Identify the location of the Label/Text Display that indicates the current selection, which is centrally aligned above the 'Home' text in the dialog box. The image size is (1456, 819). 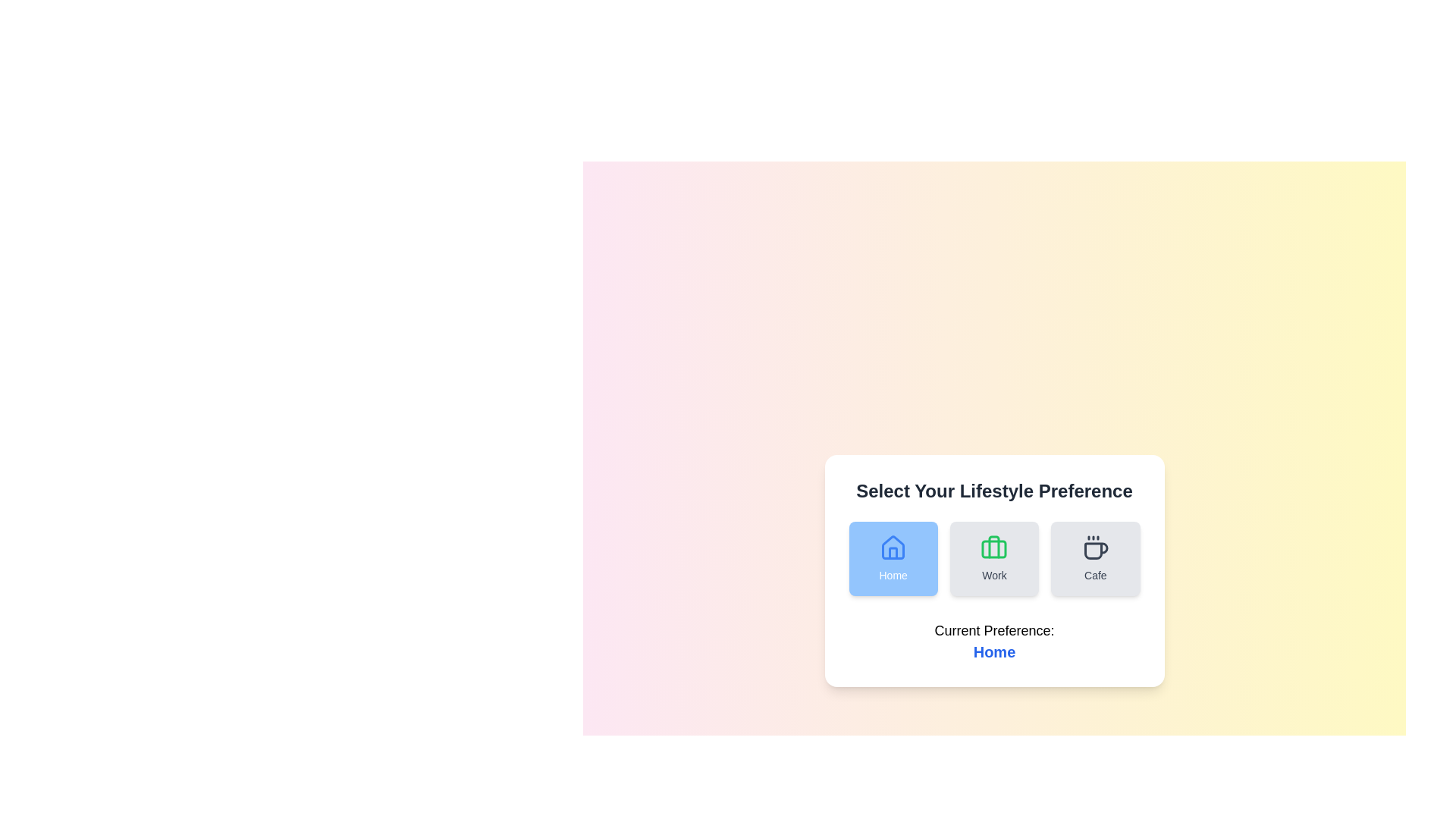
(994, 631).